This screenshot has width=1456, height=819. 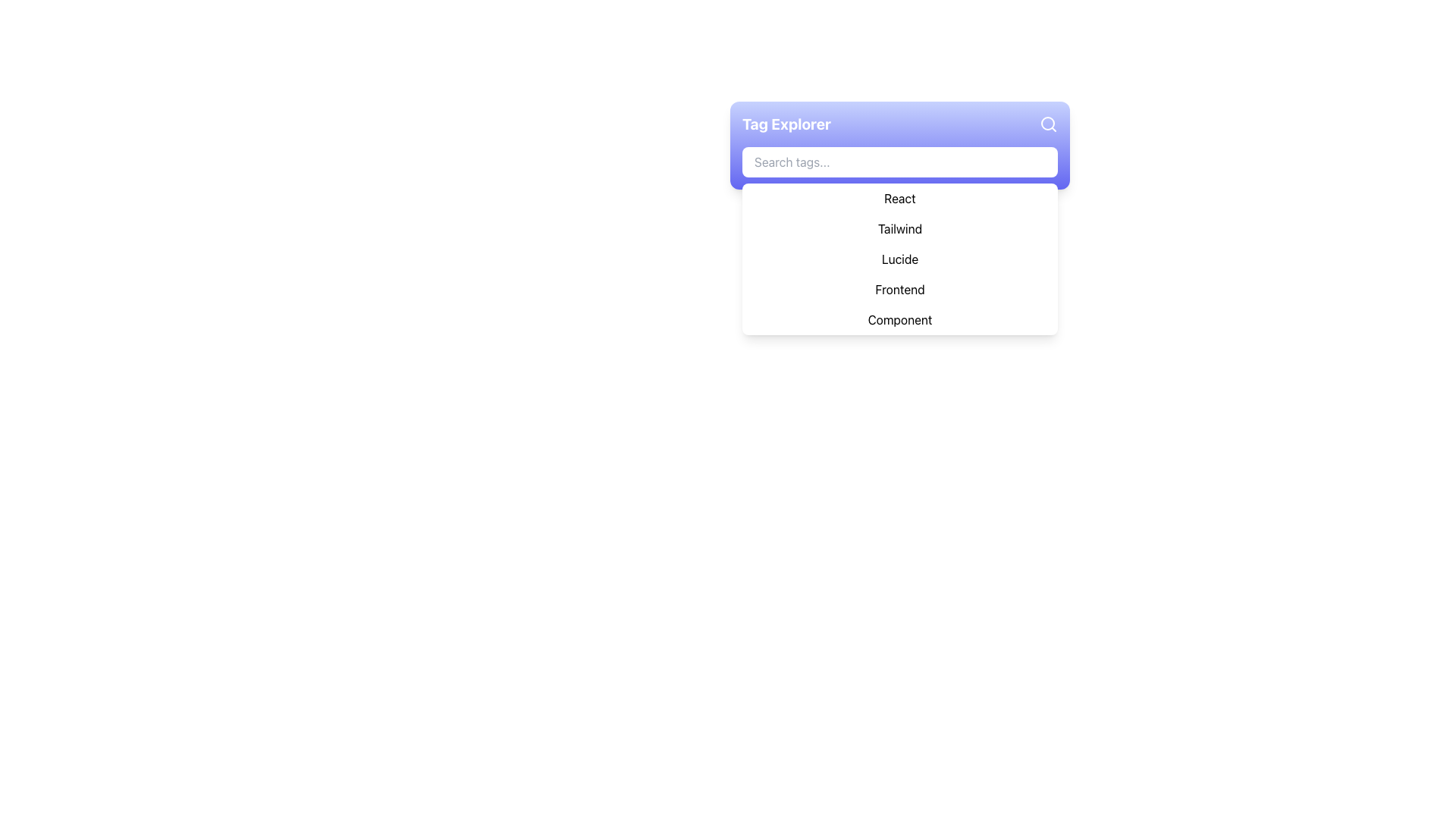 What do you see at coordinates (899, 318) in the screenshot?
I see `the fifth item in the dropdown menu labeled 'Component'` at bounding box center [899, 318].